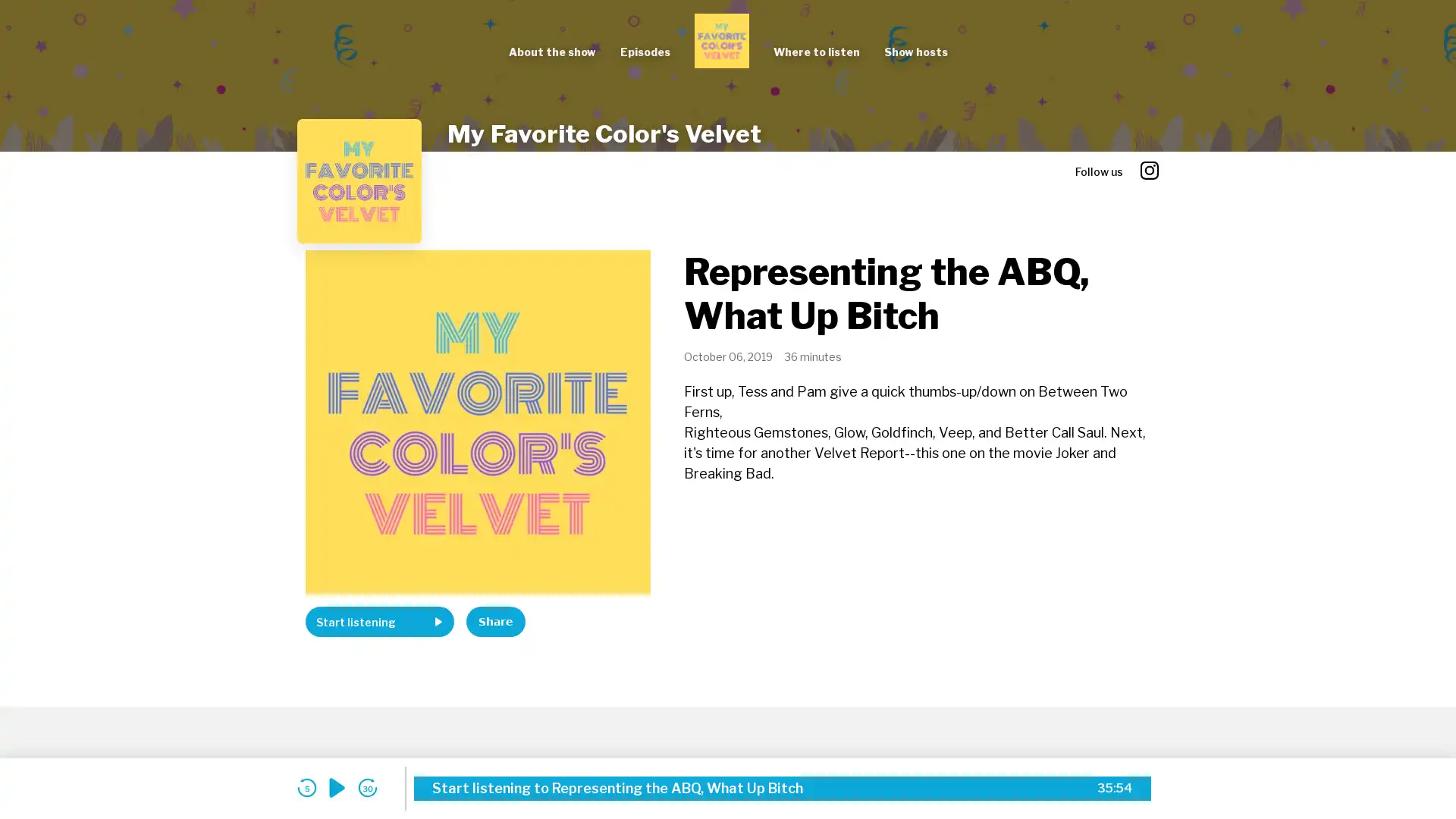 This screenshot has height=819, width=1456. Describe the element at coordinates (367, 787) in the screenshot. I see `skip forward 30 seconds` at that location.